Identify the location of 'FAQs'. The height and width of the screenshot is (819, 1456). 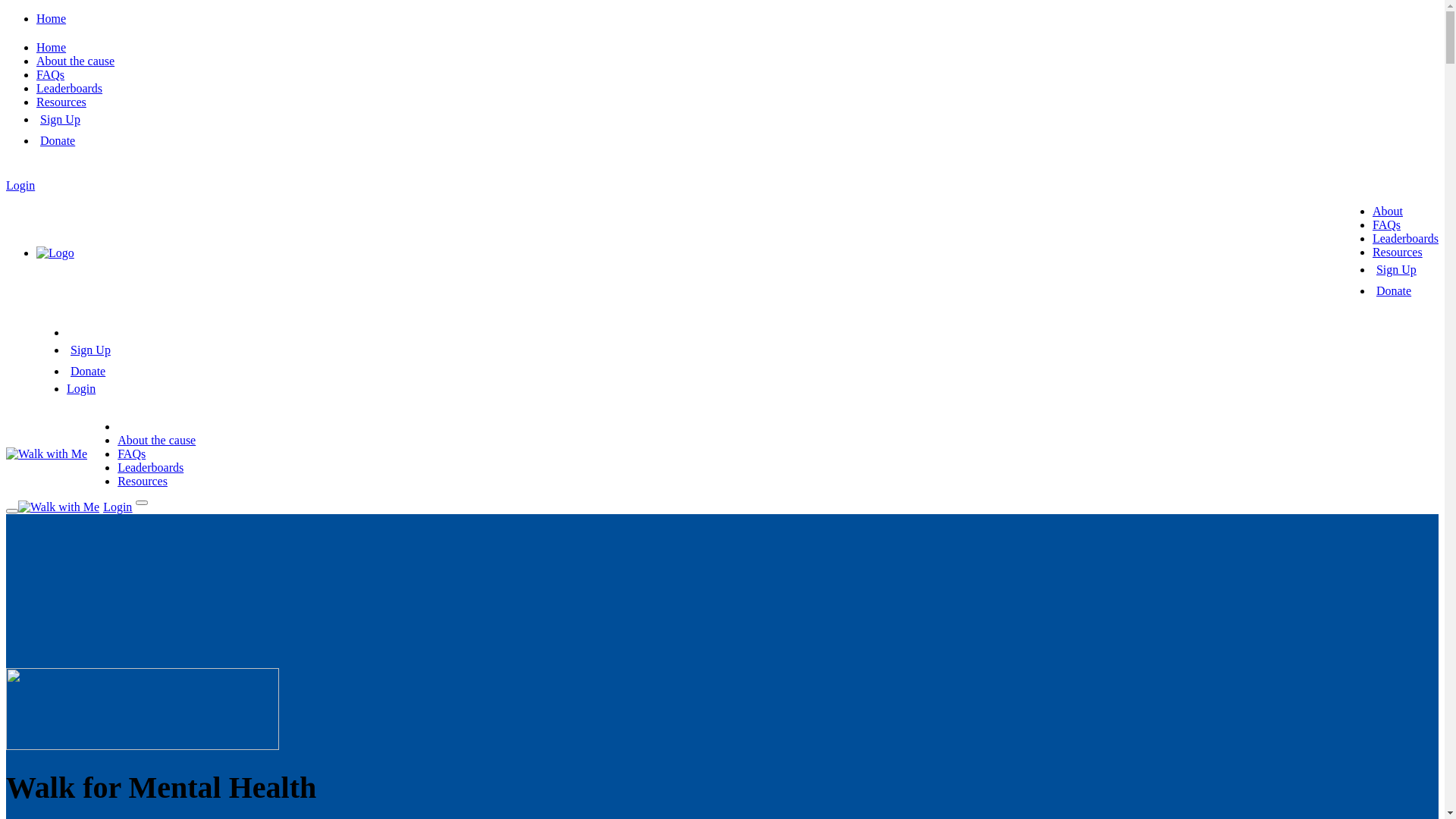
(131, 453).